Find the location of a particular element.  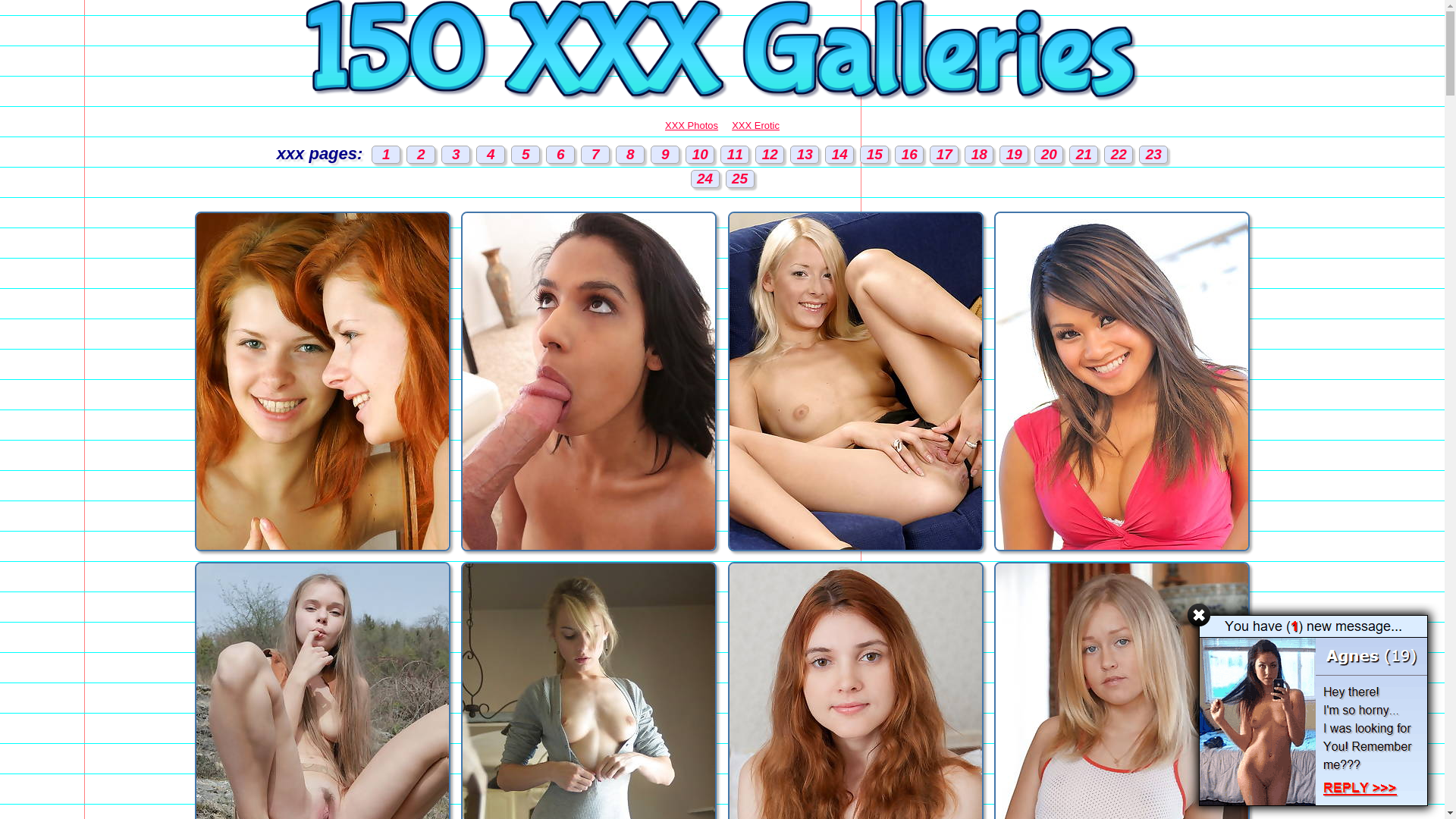

'XXX Photos' is located at coordinates (665, 124).